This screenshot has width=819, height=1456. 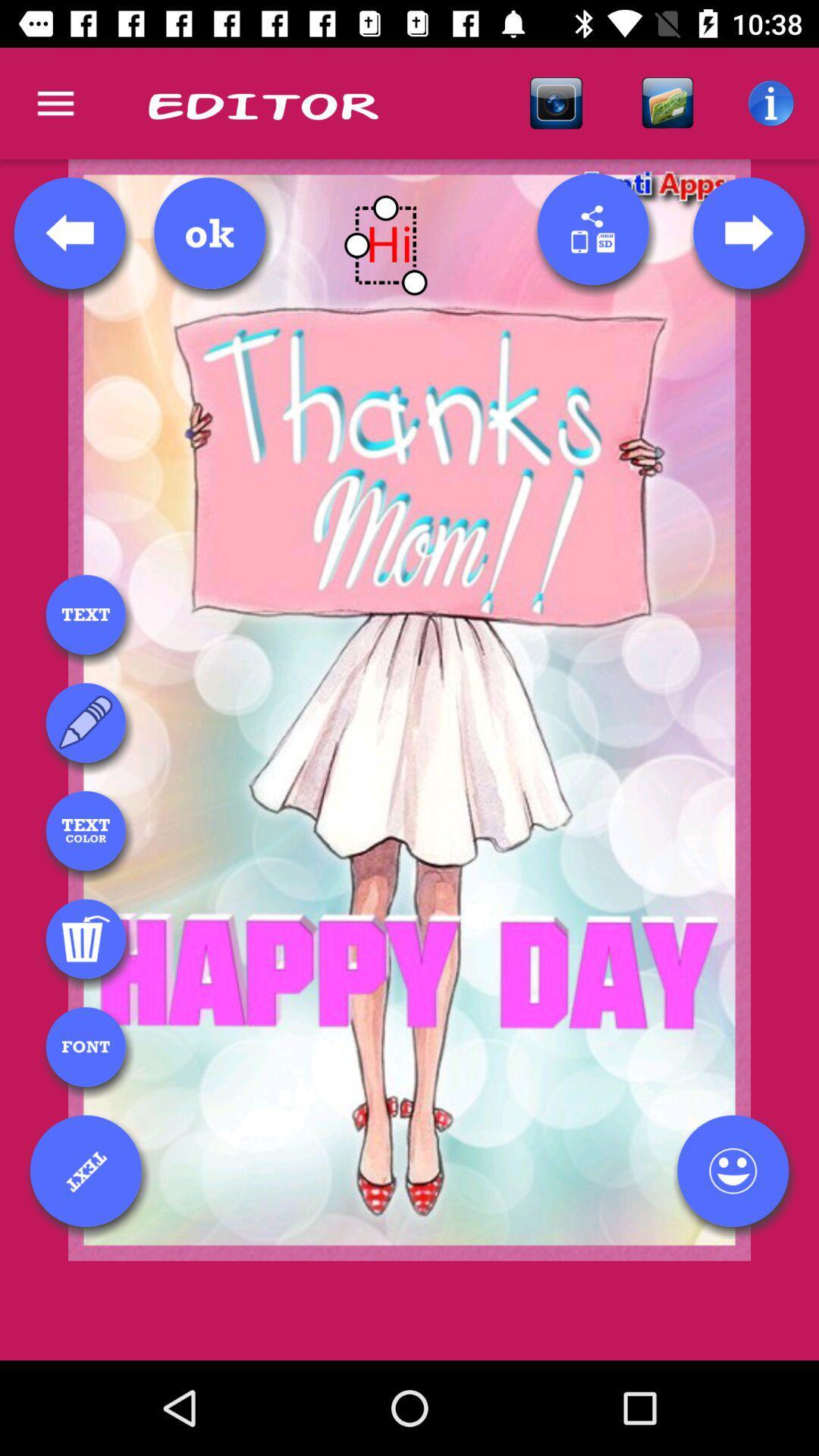 I want to click on use drawing tool, so click(x=86, y=722).